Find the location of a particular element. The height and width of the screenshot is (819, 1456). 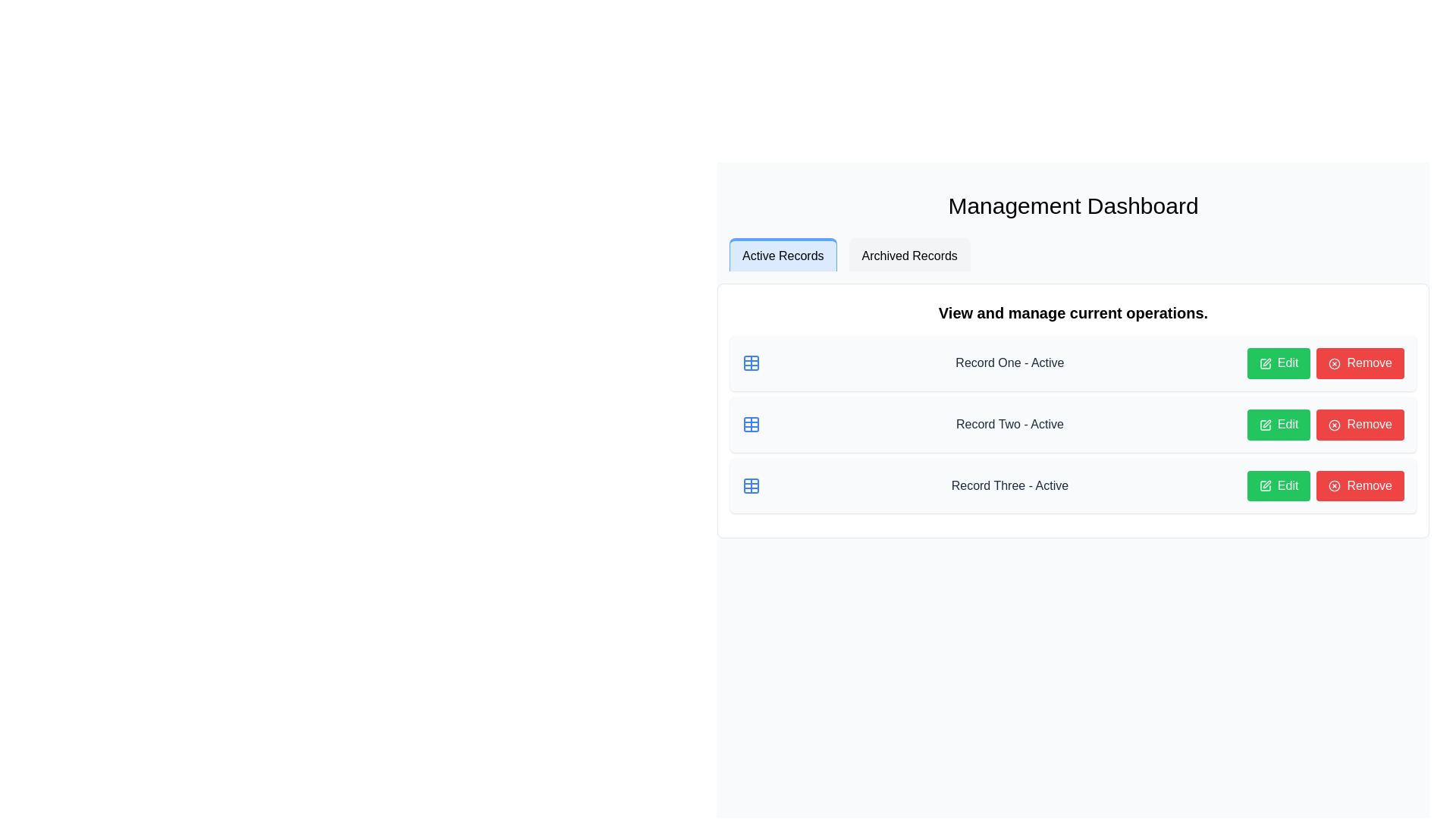

the edit button located to the right of the 'Record Two - Active' text in the second row of the list under 'View and manage current operations' is located at coordinates (1278, 425).